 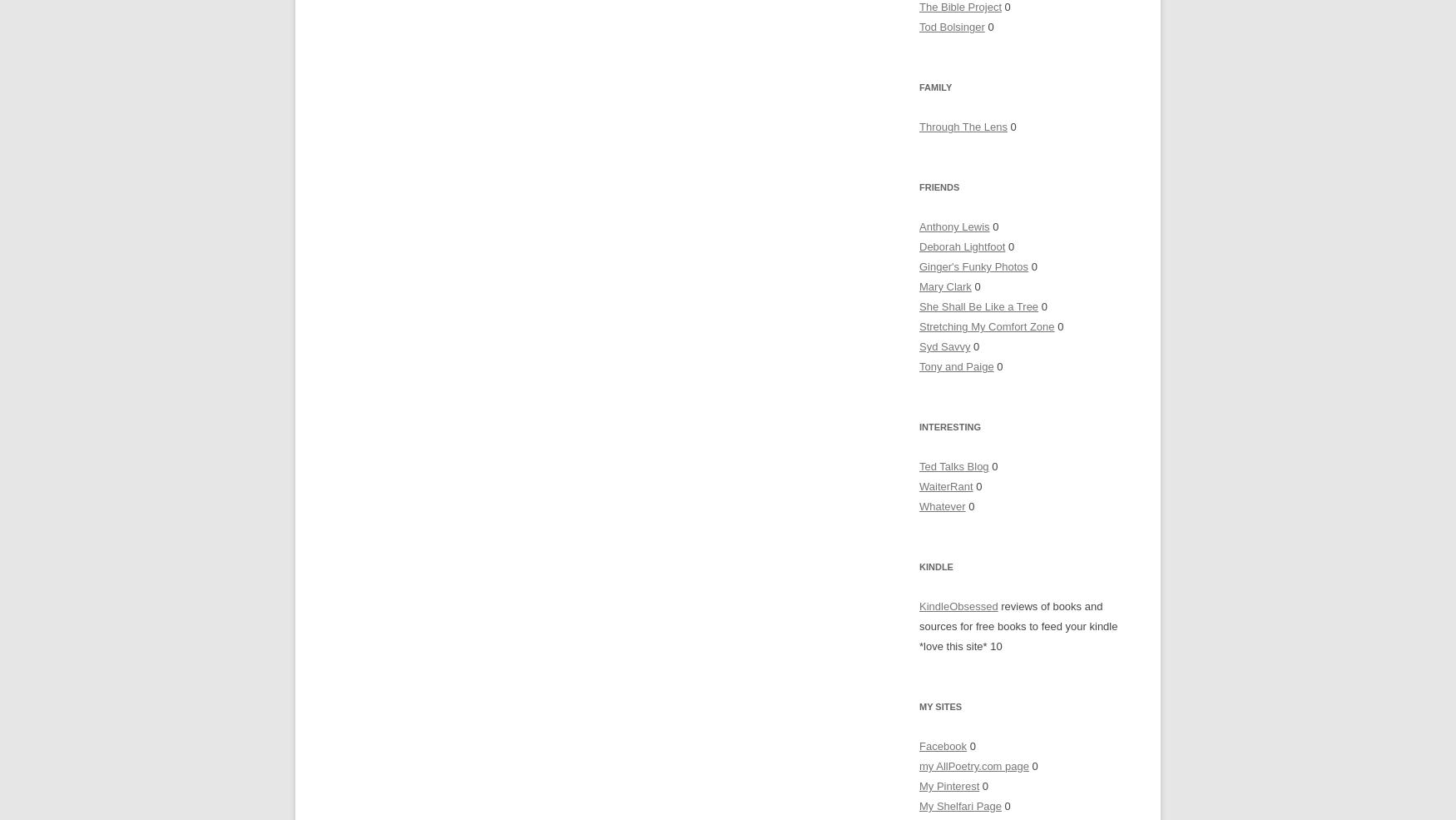 What do you see at coordinates (973, 266) in the screenshot?
I see `'Ginger's Funky Photos'` at bounding box center [973, 266].